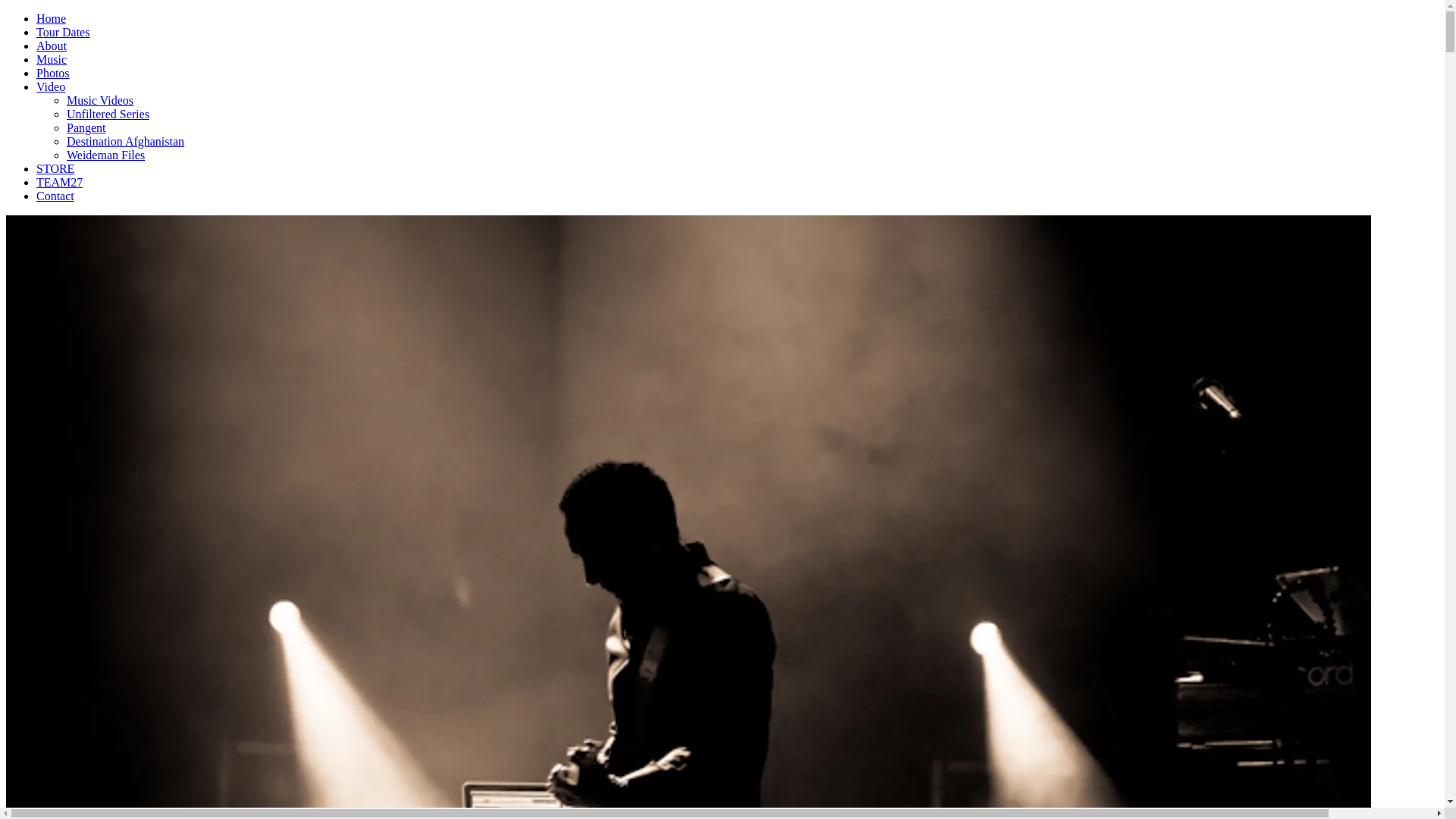 Image resolution: width=1456 pixels, height=819 pixels. What do you see at coordinates (36, 45) in the screenshot?
I see `'About'` at bounding box center [36, 45].